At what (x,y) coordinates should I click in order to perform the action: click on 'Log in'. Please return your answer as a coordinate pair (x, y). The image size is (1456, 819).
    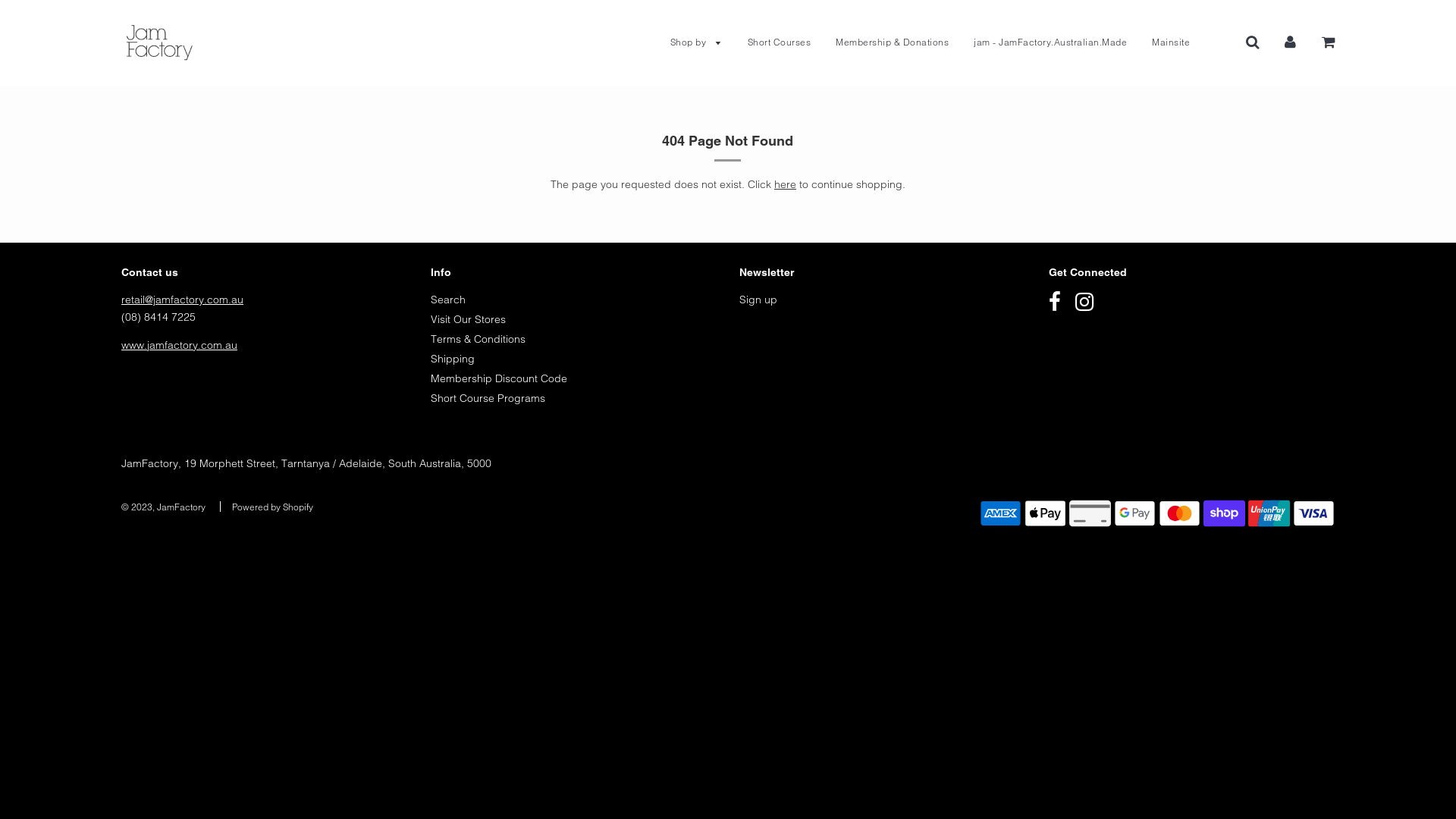
    Looking at the image, I should click on (1289, 40).